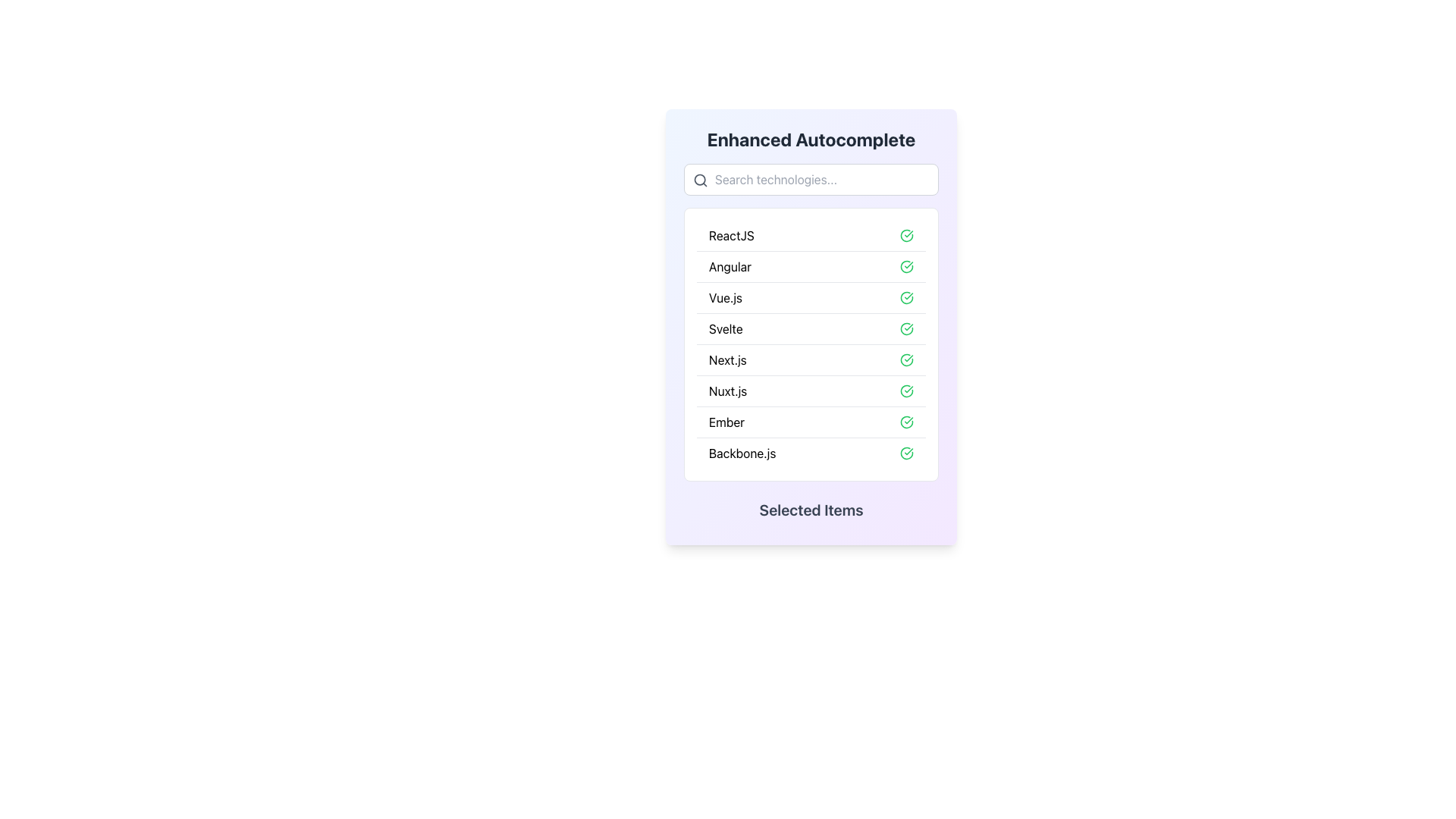 The height and width of the screenshot is (819, 1456). Describe the element at coordinates (906, 391) in the screenshot. I see `the green circular icon with a checkmark located to the right of the 'Nuxt.js' text` at that location.